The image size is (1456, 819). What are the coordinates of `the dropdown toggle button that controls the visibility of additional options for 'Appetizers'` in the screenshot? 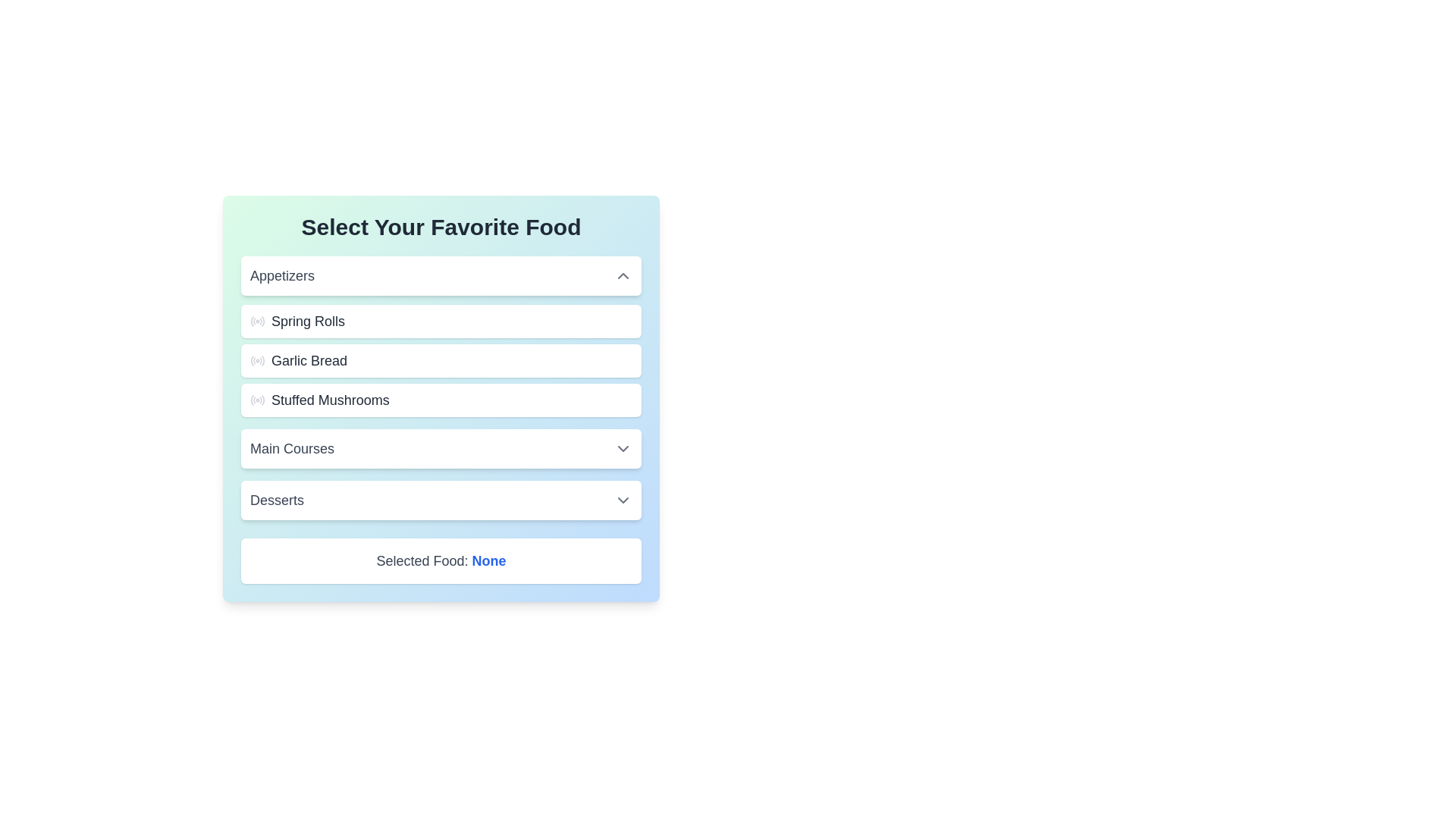 It's located at (440, 275).